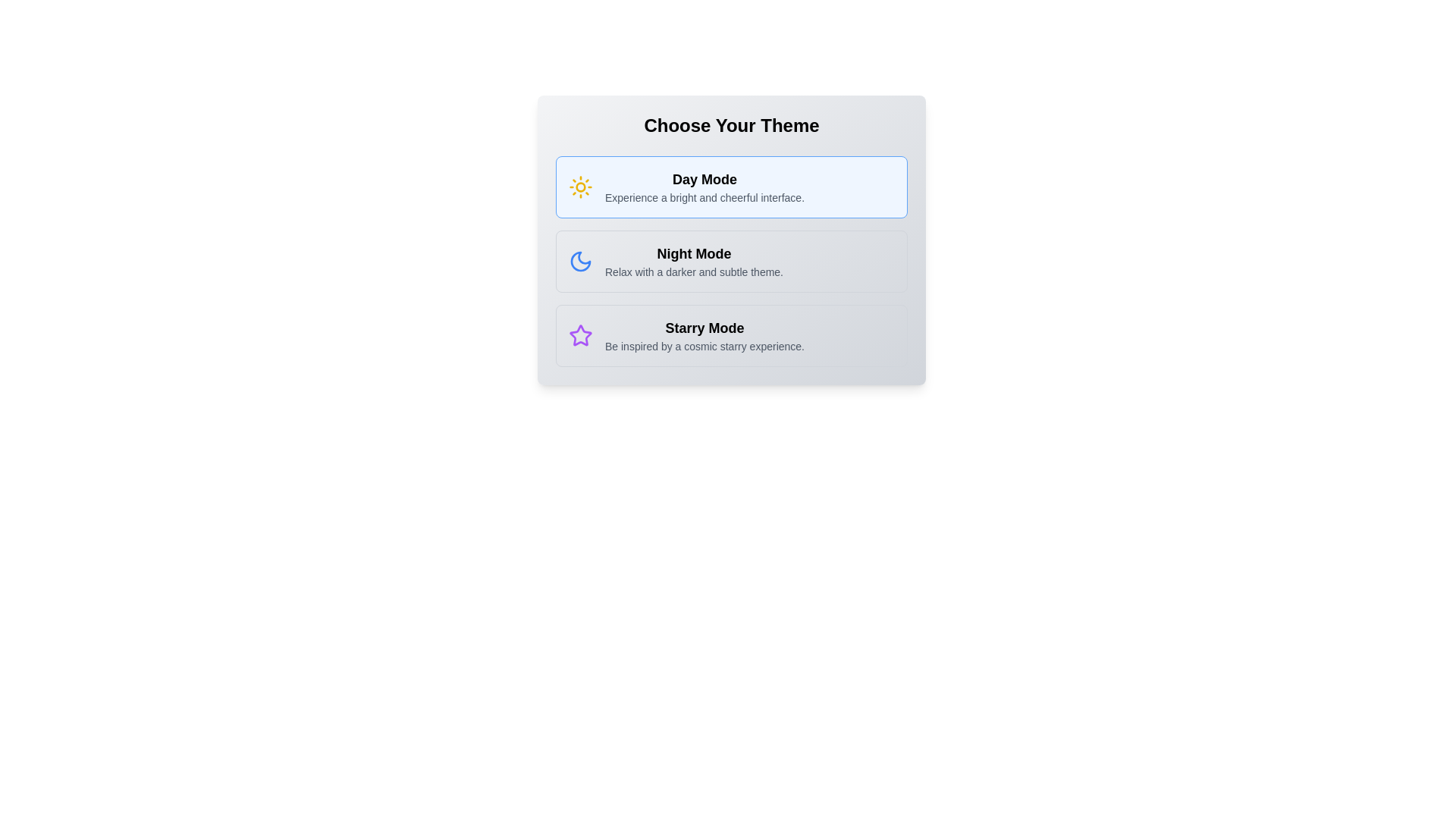  Describe the element at coordinates (580, 260) in the screenshot. I see `the crescent moon icon in dark blue color located to the left of the 'Night Mode' text within the 'Choose Your Theme' selection panel` at that location.